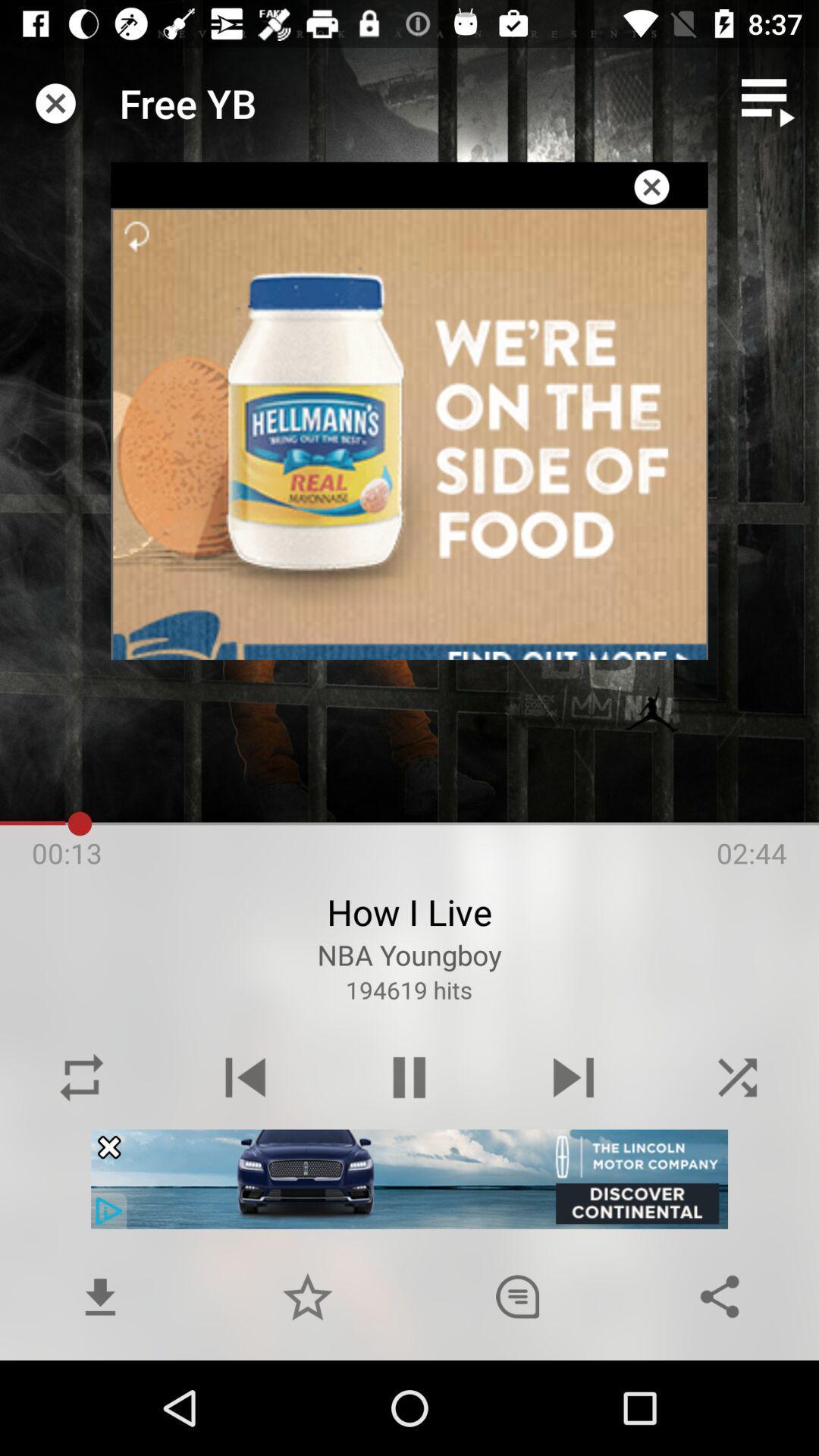 The image size is (819, 1456). Describe the element at coordinates (516, 1295) in the screenshot. I see `the chat icon` at that location.